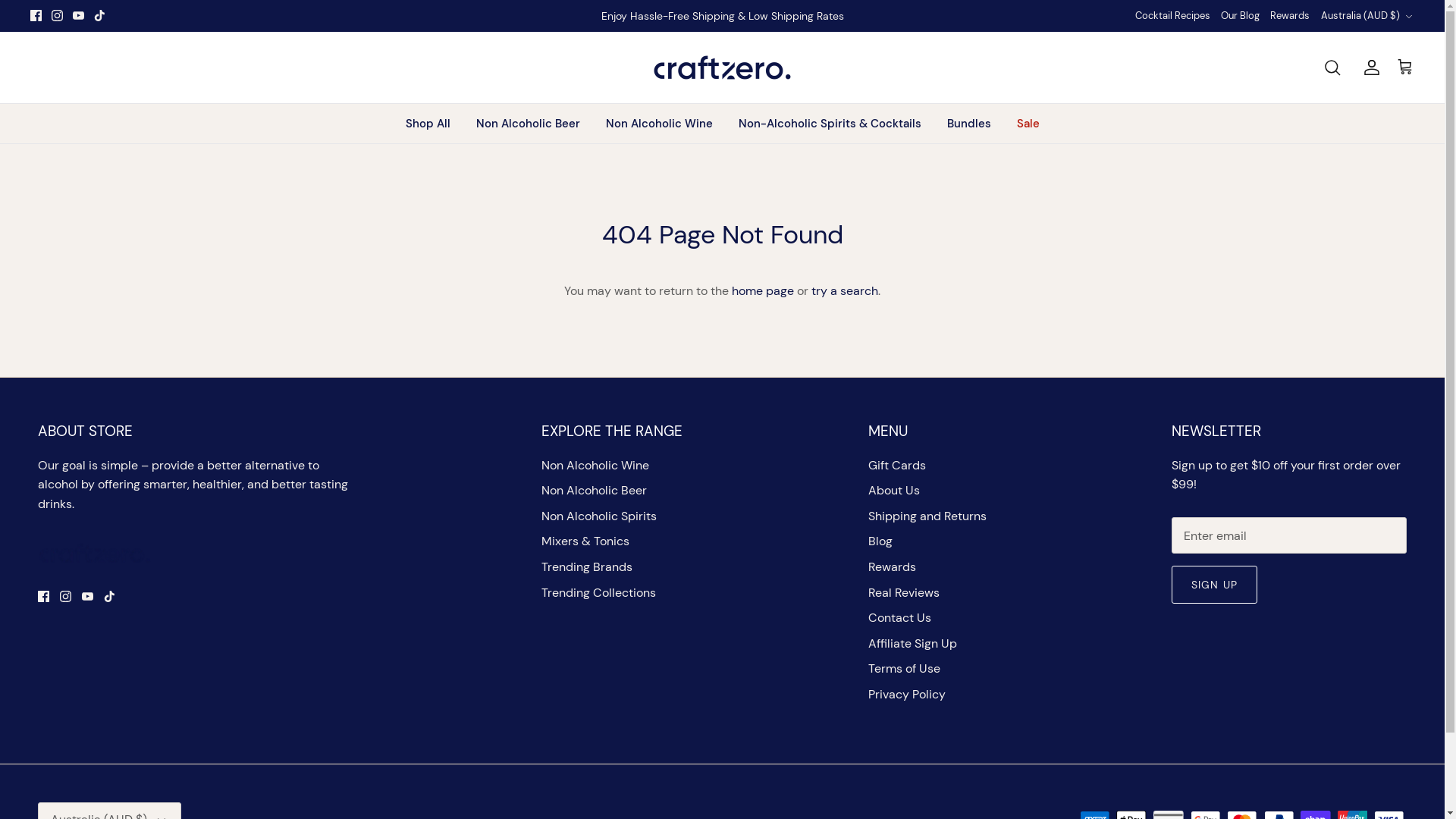 The height and width of the screenshot is (819, 1456). What do you see at coordinates (896, 464) in the screenshot?
I see `'Gift Cards'` at bounding box center [896, 464].